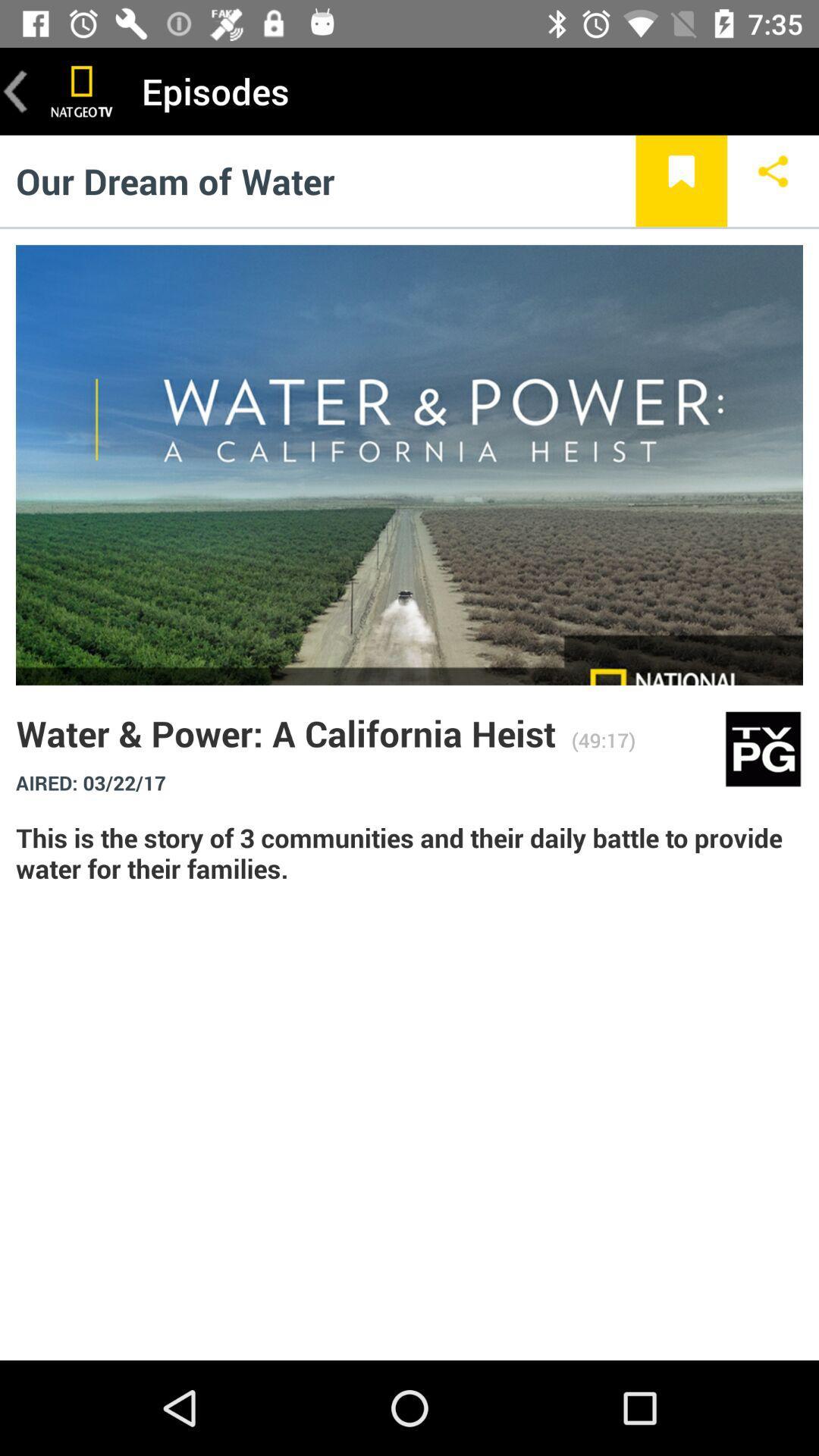 The width and height of the screenshot is (819, 1456). I want to click on share button, so click(773, 180).